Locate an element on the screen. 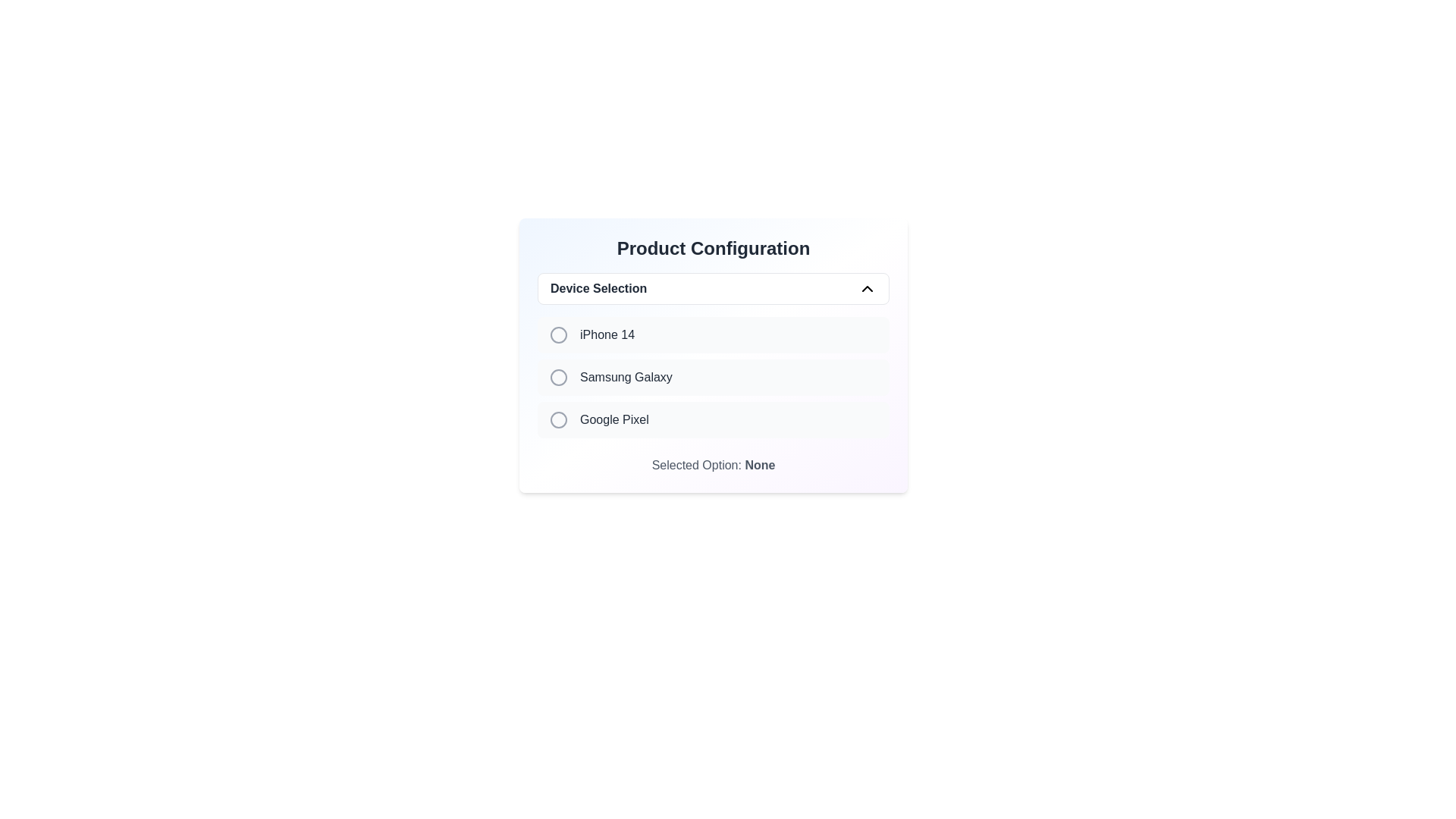  the radio button labeled 'Samsung Galaxy' is located at coordinates (558, 376).